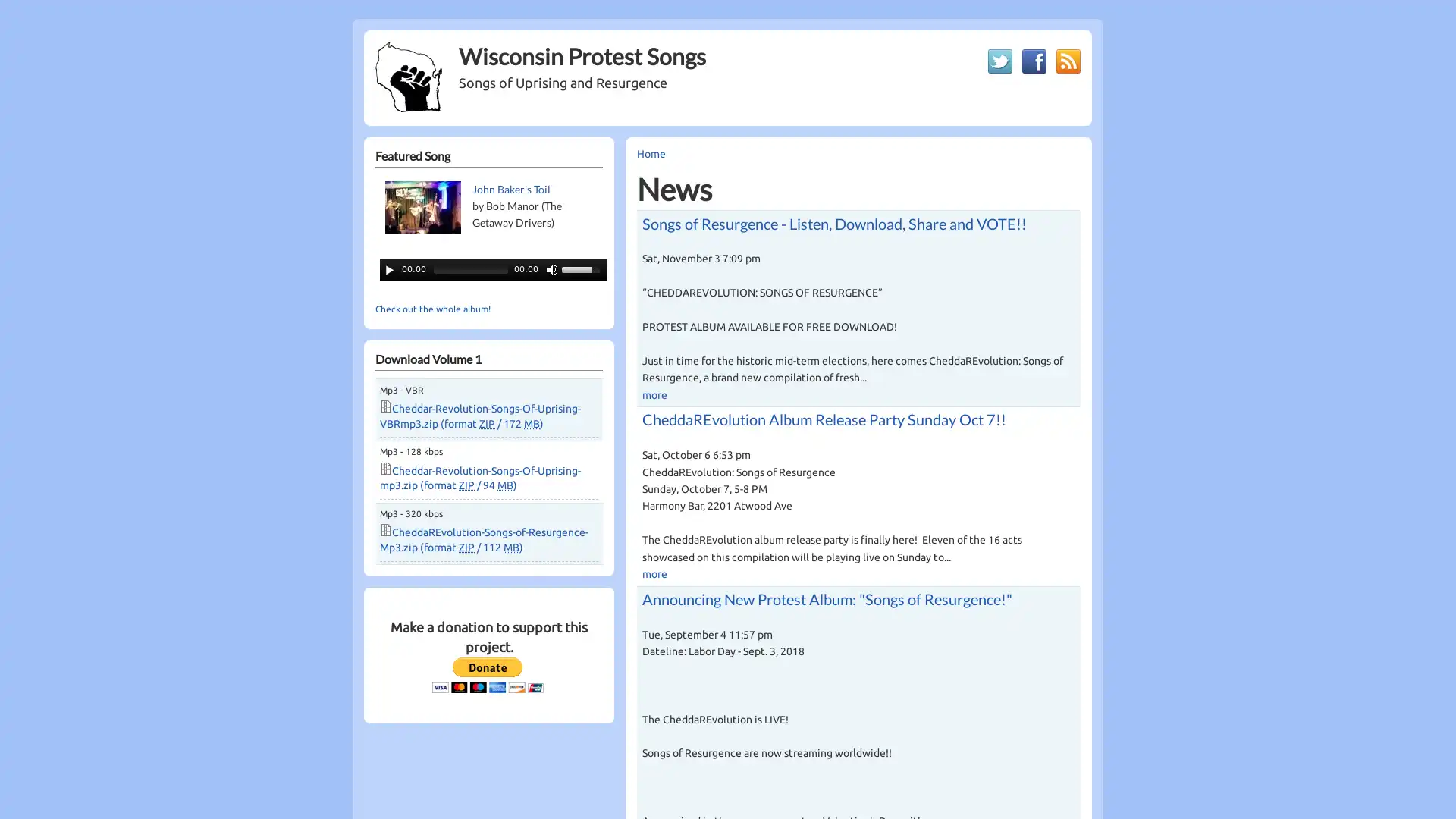  What do you see at coordinates (487, 674) in the screenshot?
I see `PayPal - The safer, easier way to pay online!` at bounding box center [487, 674].